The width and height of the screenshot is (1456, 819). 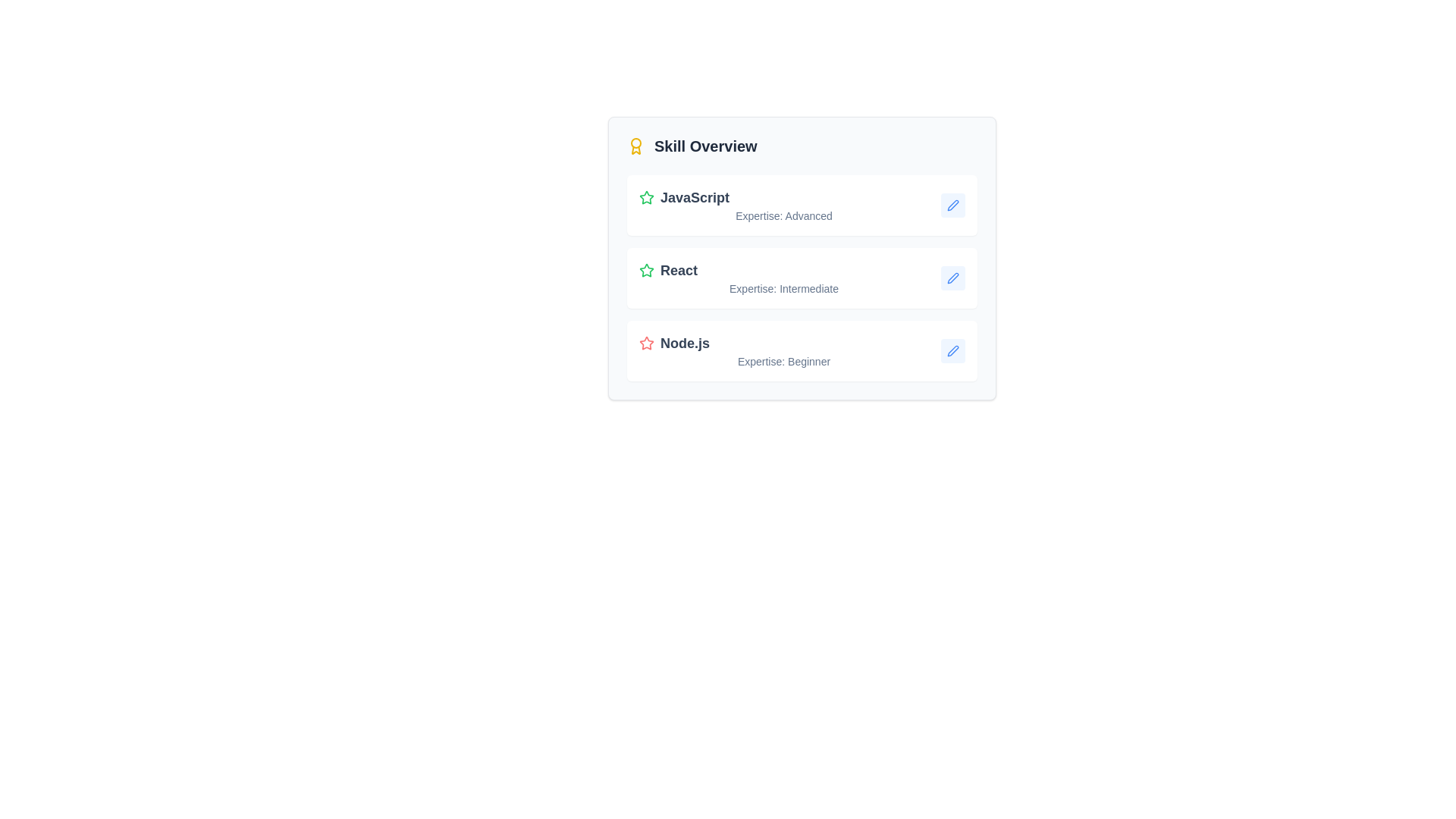 What do you see at coordinates (952, 278) in the screenshot?
I see `the blue button with a pen icon located in the 'React' section under the 'Skill Overview' panel, adjacent to the text stating 'Expertise: Intermediate', to change its background color` at bounding box center [952, 278].